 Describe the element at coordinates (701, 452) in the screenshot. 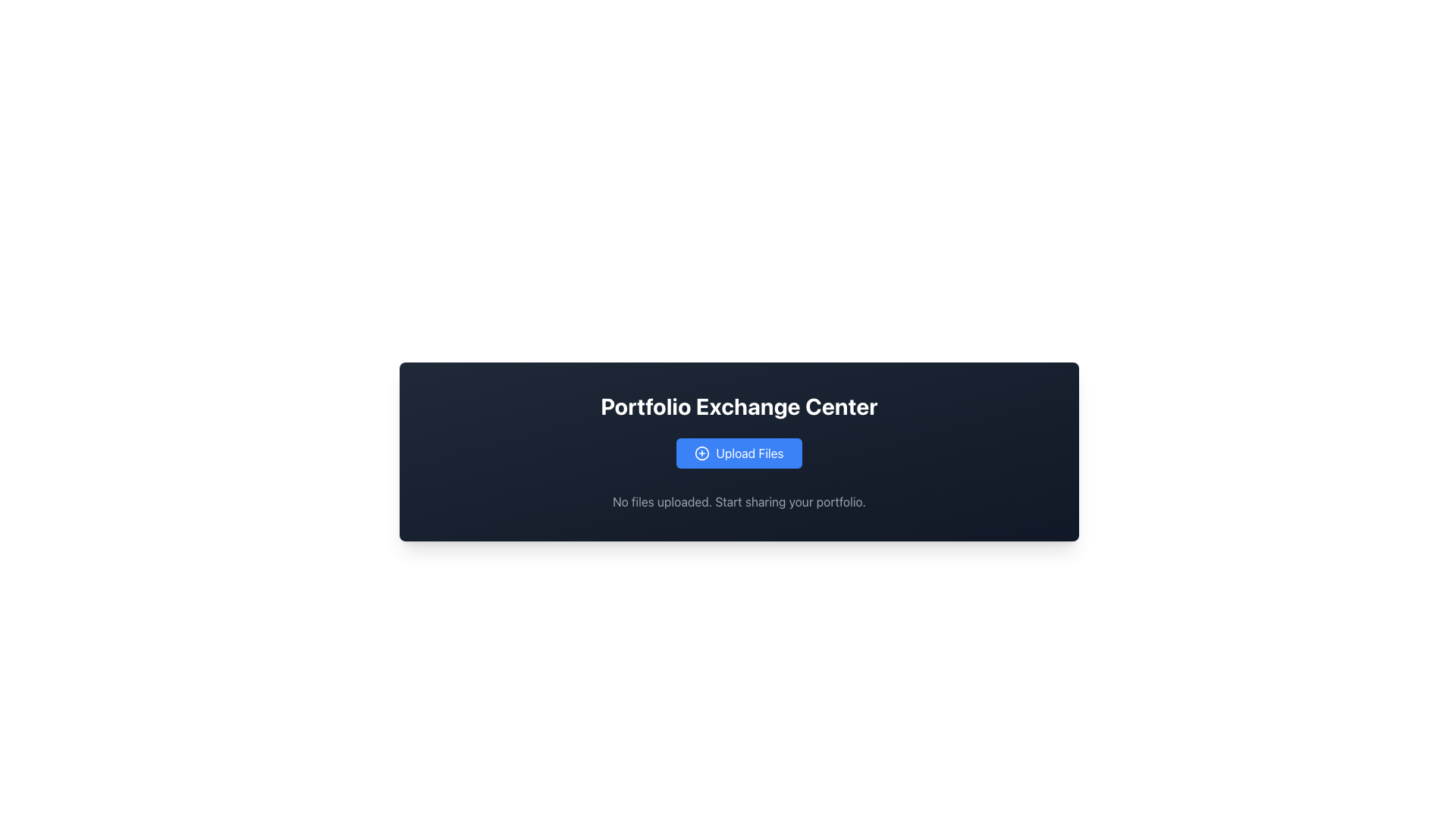

I see `the circular '+' icon with a thin blue outline located inside the 'Upload Files' button, to the left of the button's text label` at that location.